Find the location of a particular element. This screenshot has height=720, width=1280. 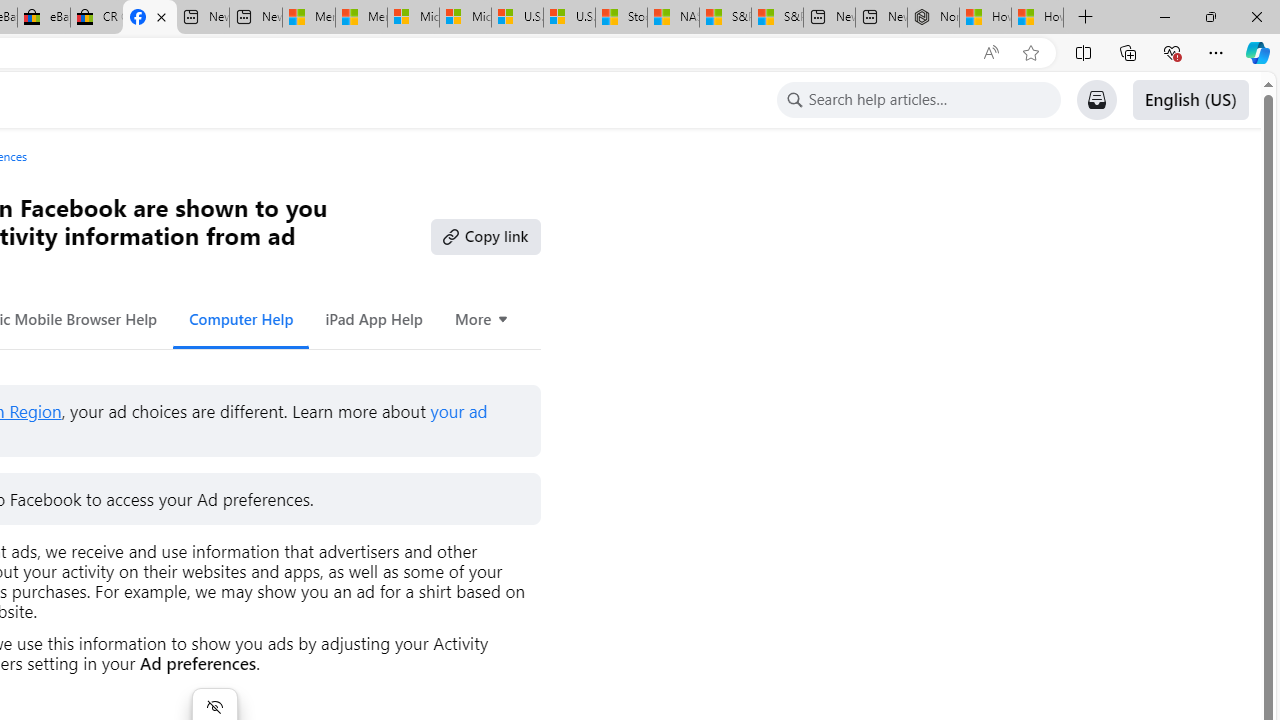

'Copy link' is located at coordinates (485, 235).